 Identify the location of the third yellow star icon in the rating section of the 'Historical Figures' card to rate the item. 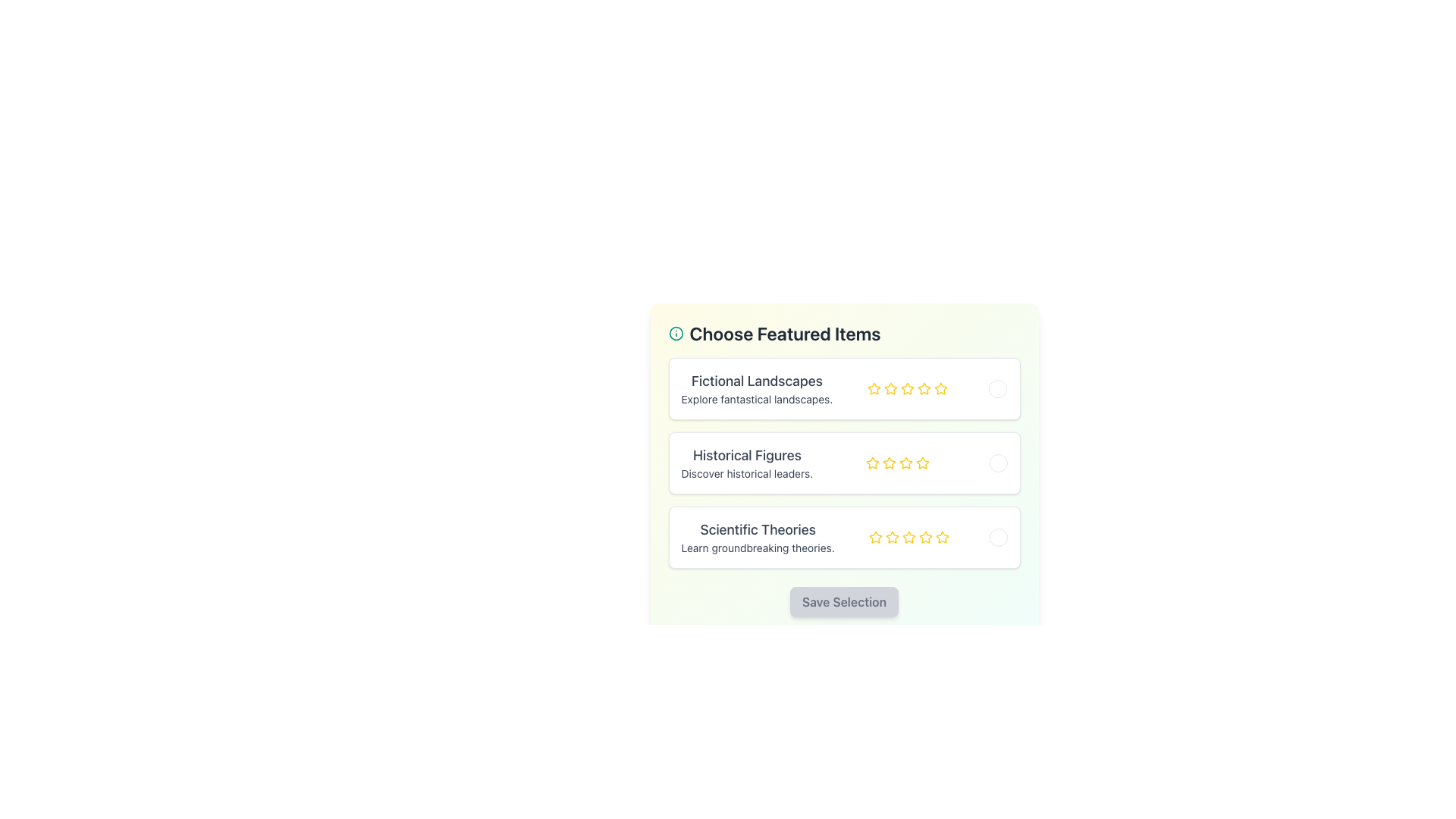
(906, 462).